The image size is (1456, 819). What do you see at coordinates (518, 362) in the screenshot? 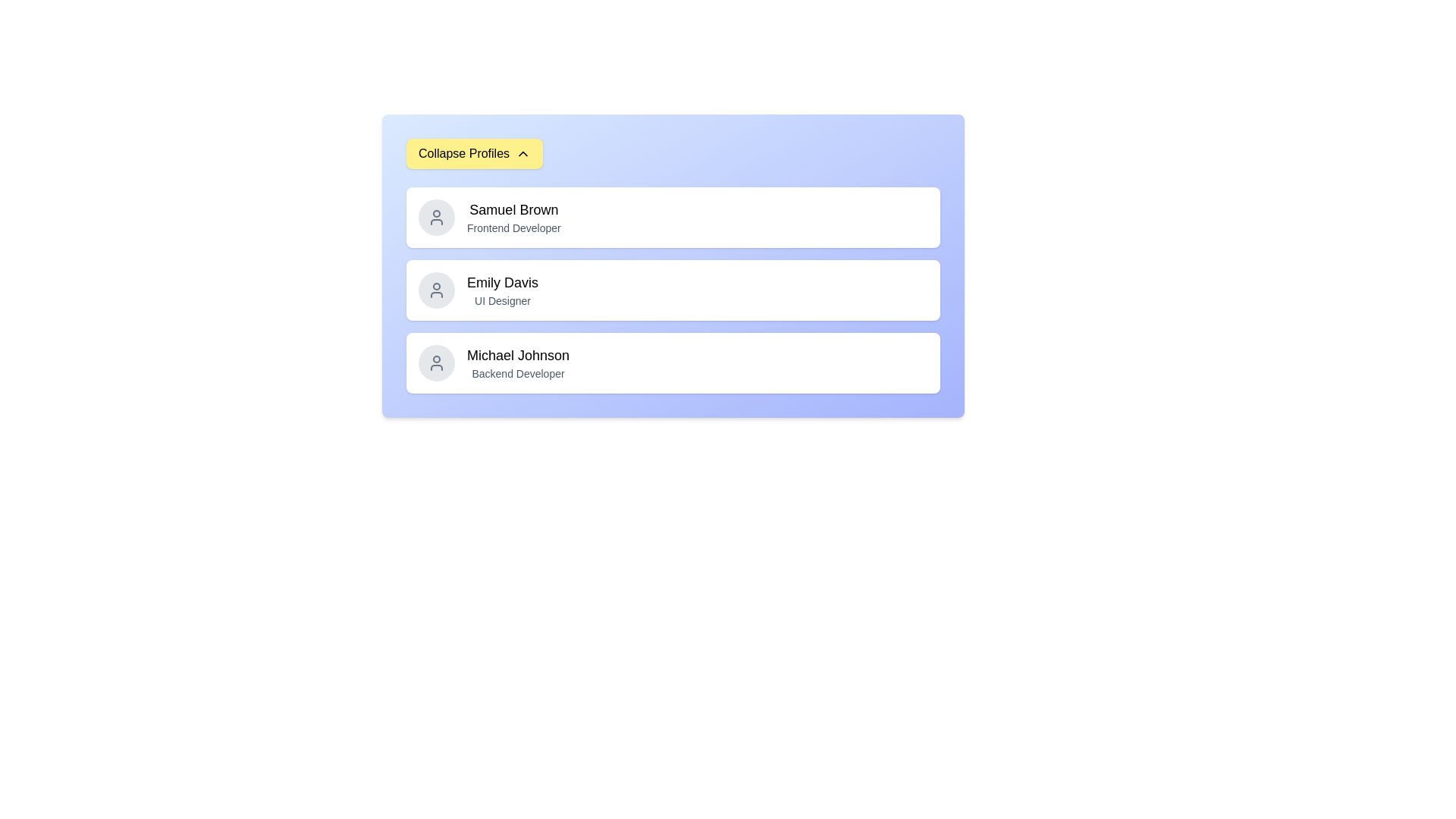
I see `the text component displaying 'Michael Johnson' and 'Backend Developer', which is located in the third profile card, positioned to the right of a circular avatar icon` at bounding box center [518, 362].